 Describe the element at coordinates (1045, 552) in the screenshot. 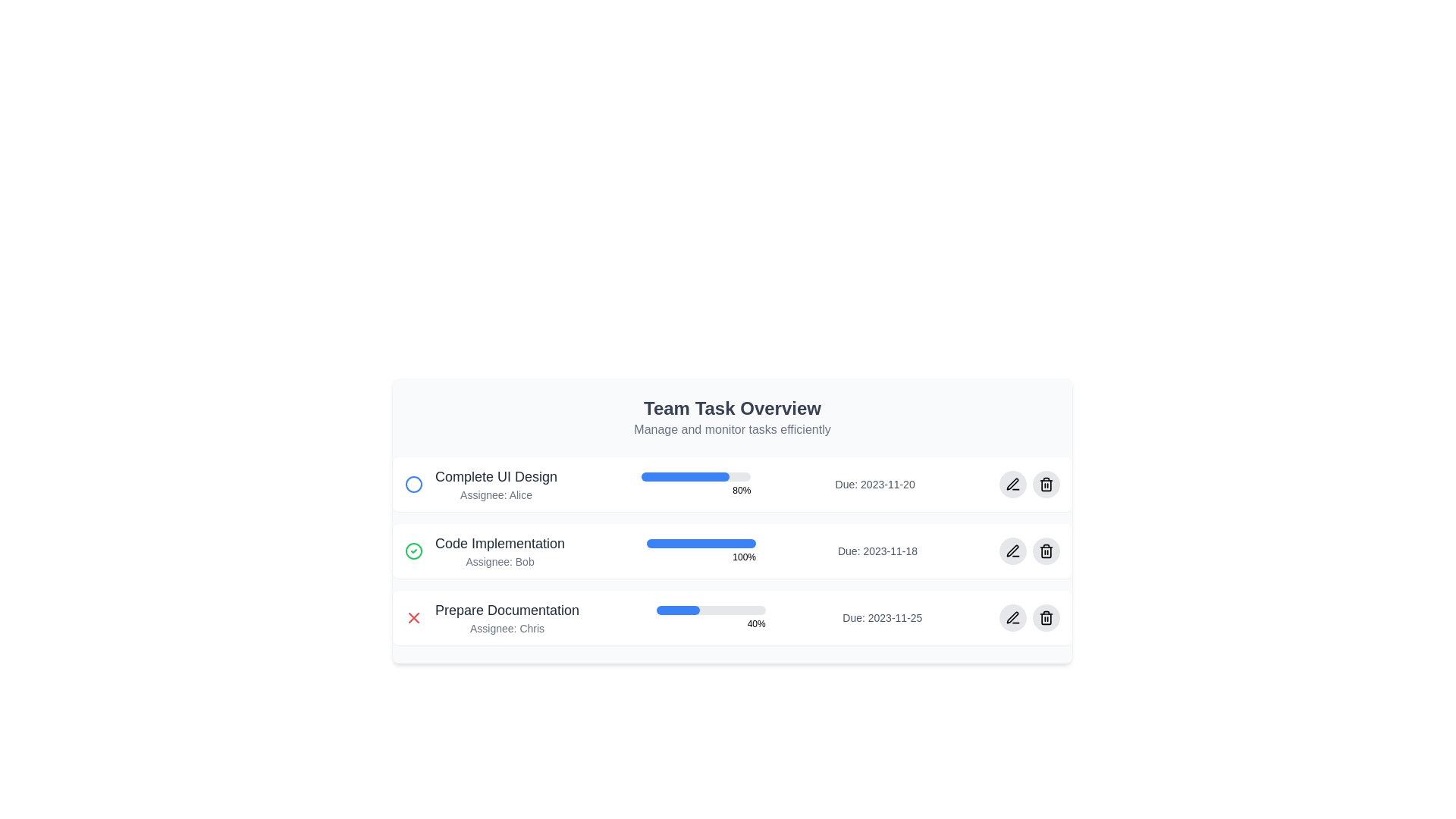

I see `the body of the trash icon associated with the 'Code Implementation' task, located to the far right of the task row and adjacent to the pencil icon` at that location.